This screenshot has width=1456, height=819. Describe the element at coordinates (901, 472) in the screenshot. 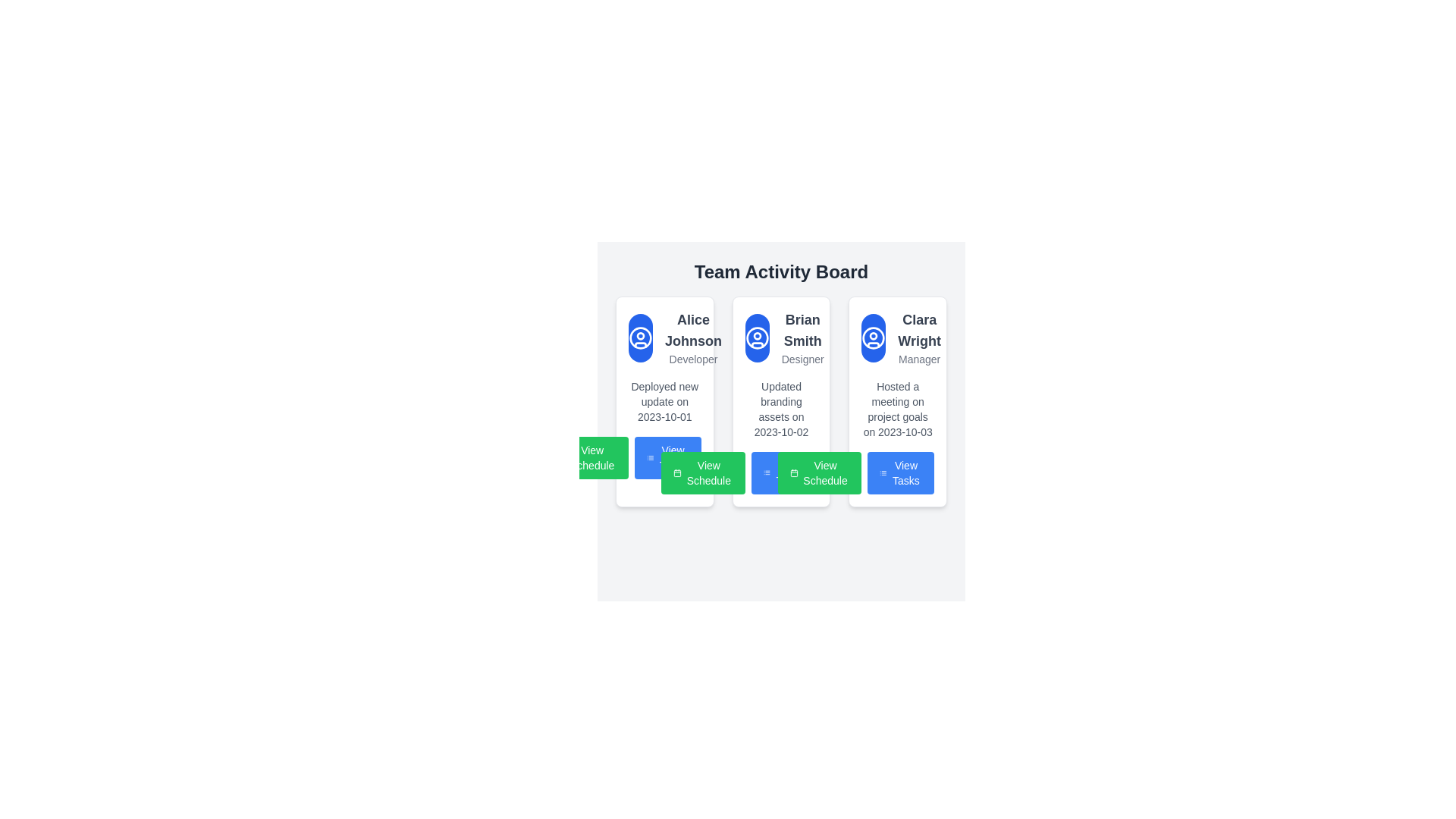

I see `the 'View Tasks' button, which has rounded corners, a blue background, and a white text label with an icon of a list to the left, located at the bottom of the 'Clara Wright - Manager' card` at that location.